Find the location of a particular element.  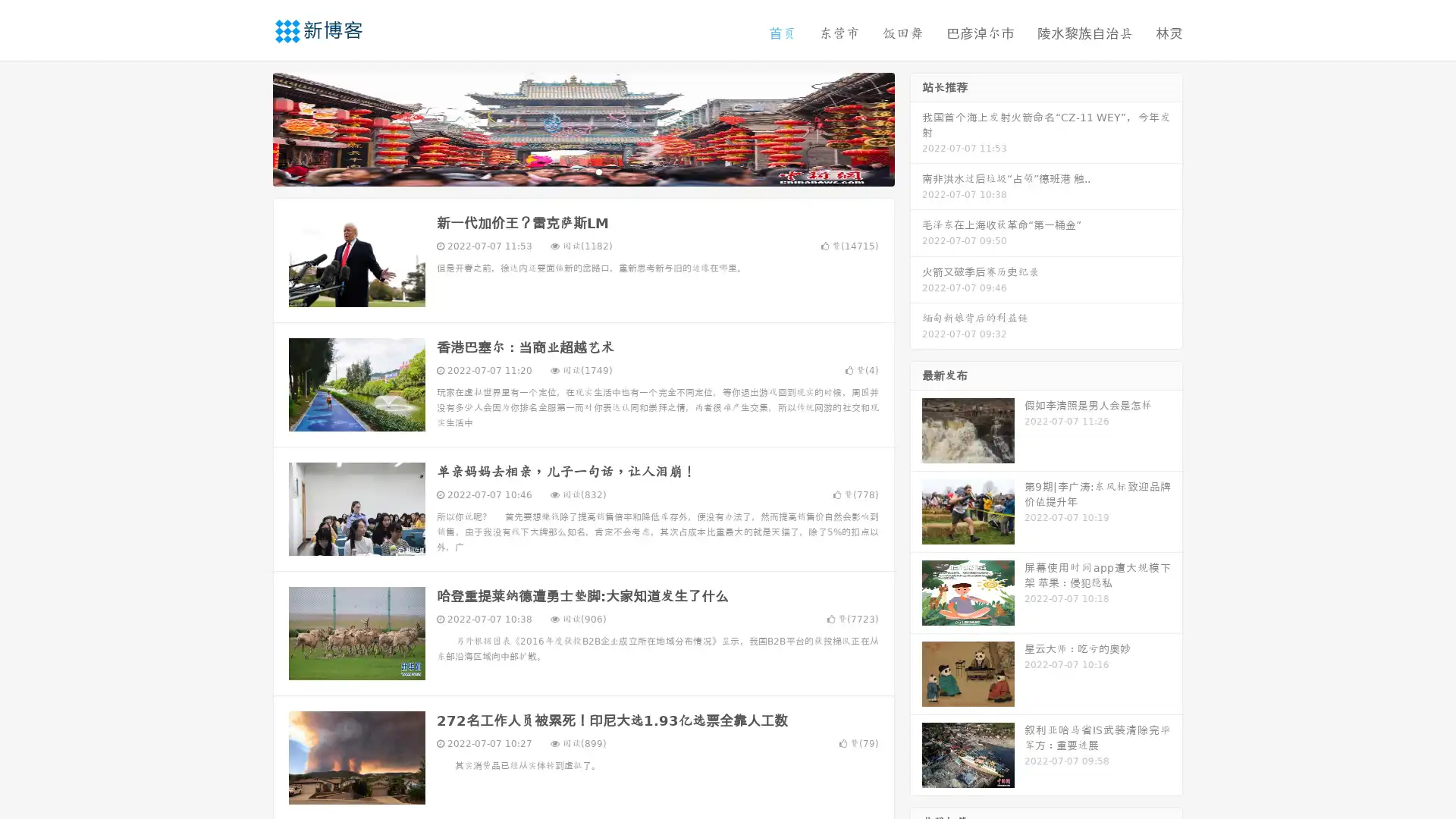

Go to slide 1 is located at coordinates (567, 171).